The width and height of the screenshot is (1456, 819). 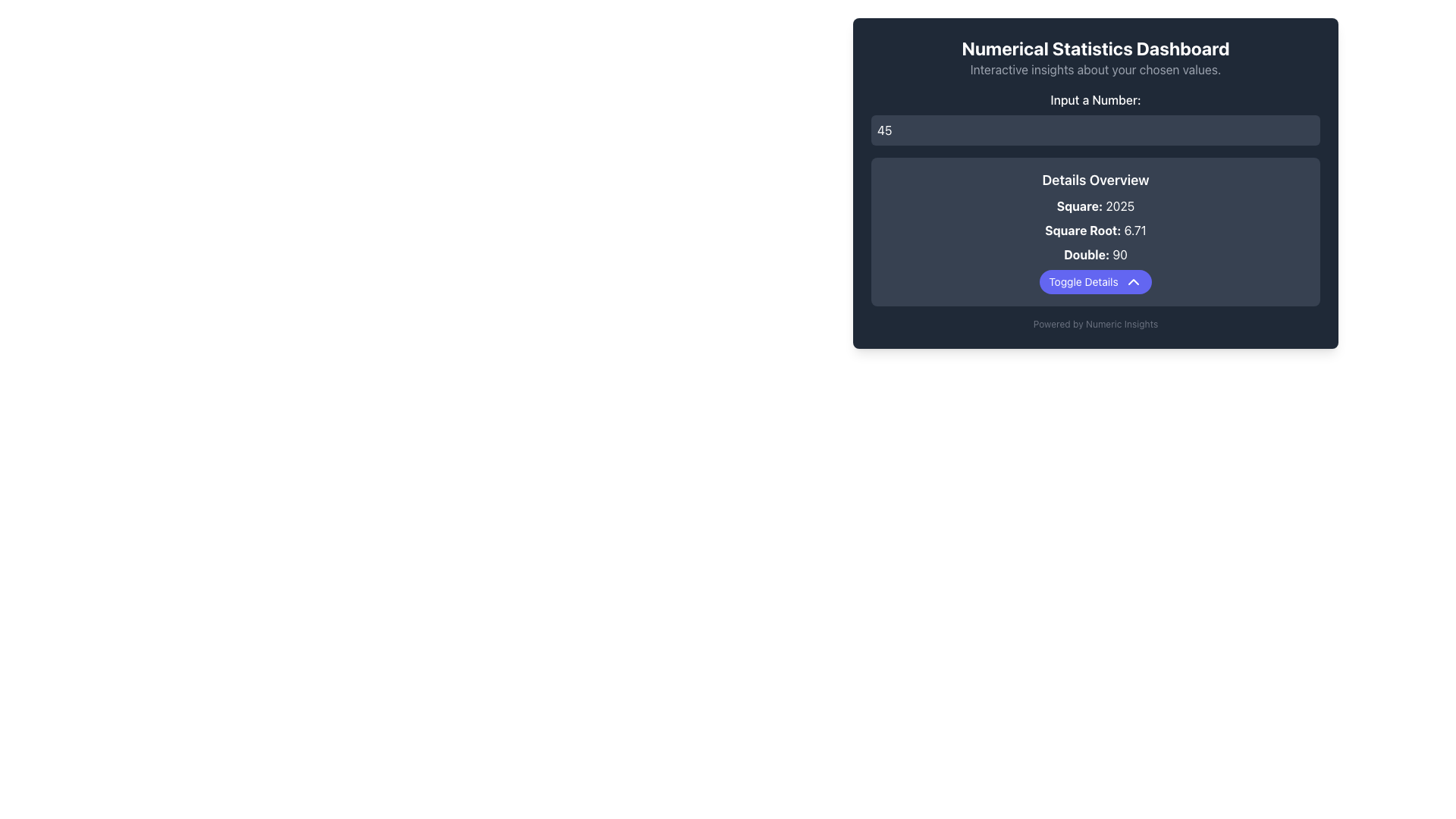 I want to click on the label indicating the meaning of the associated value '2025', which is centrally located in the 'Details Overview' section, to the left of the numerical value, so click(x=1078, y=206).